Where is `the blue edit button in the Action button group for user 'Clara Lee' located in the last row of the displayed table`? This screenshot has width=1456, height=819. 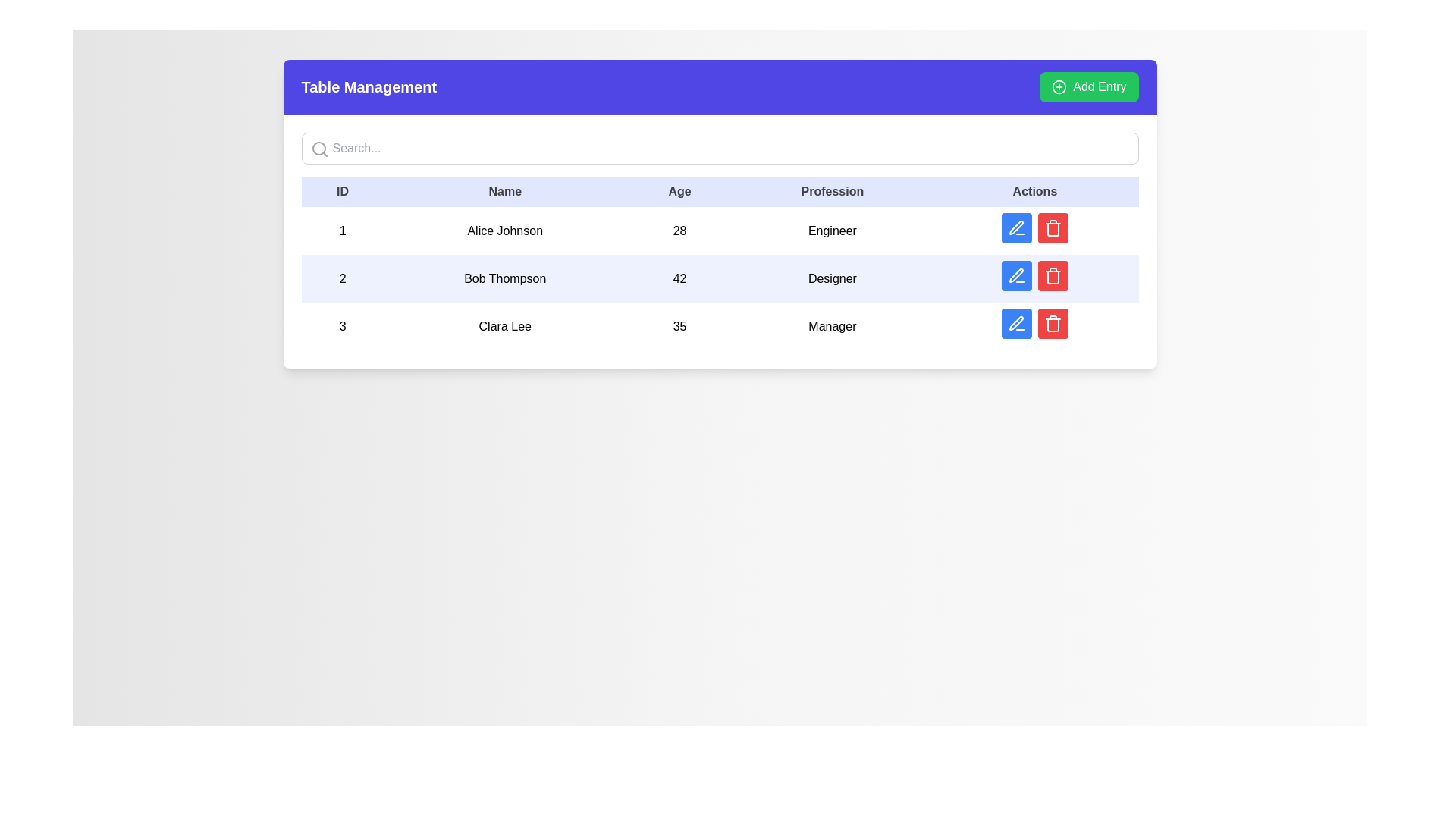 the blue edit button in the Action button group for user 'Clara Lee' located in the last row of the displayed table is located at coordinates (1034, 323).